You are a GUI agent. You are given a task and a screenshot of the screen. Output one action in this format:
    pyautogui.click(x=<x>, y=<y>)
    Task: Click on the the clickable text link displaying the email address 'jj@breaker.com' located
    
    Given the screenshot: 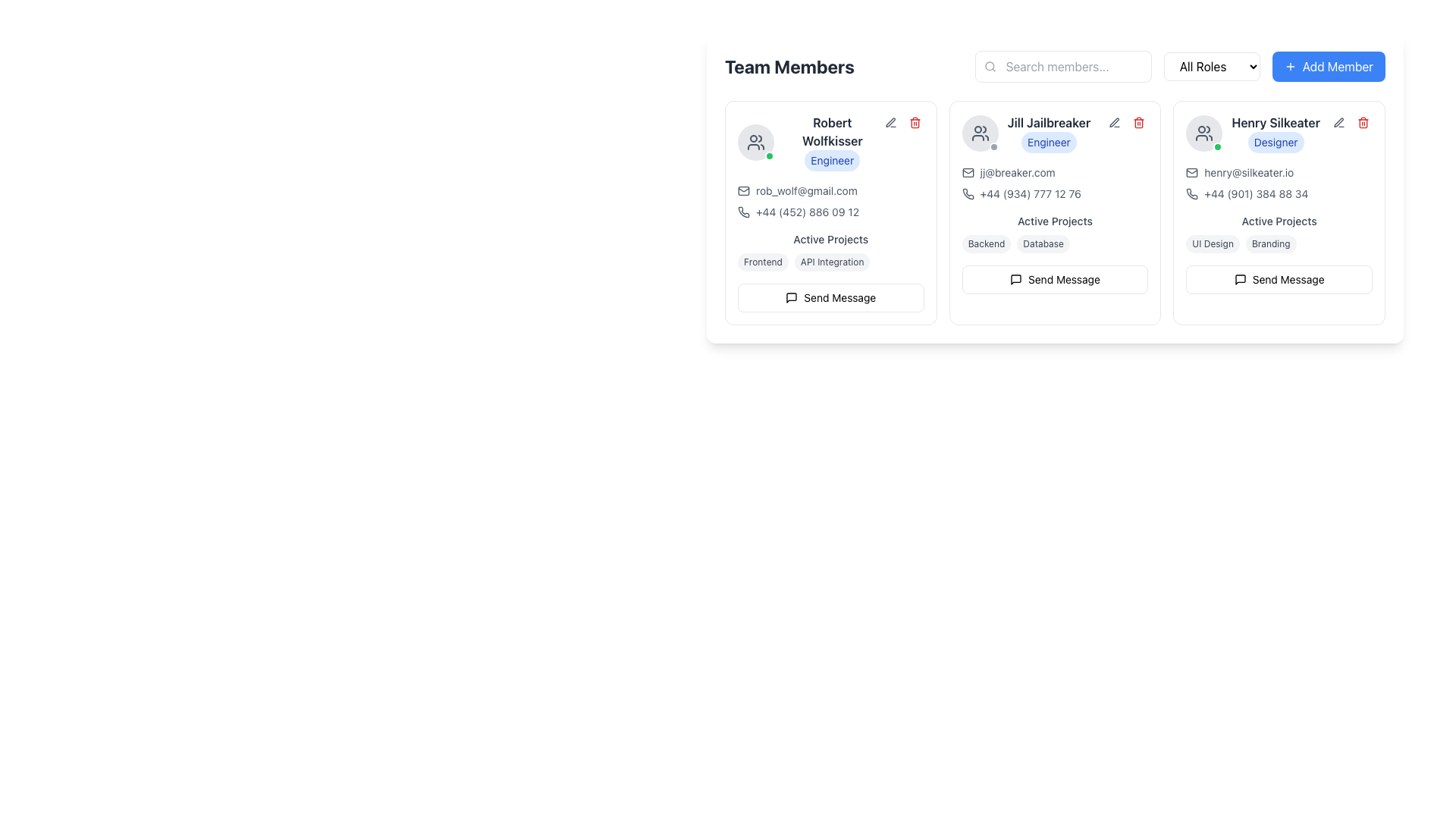 What is the action you would take?
    pyautogui.click(x=1018, y=171)
    